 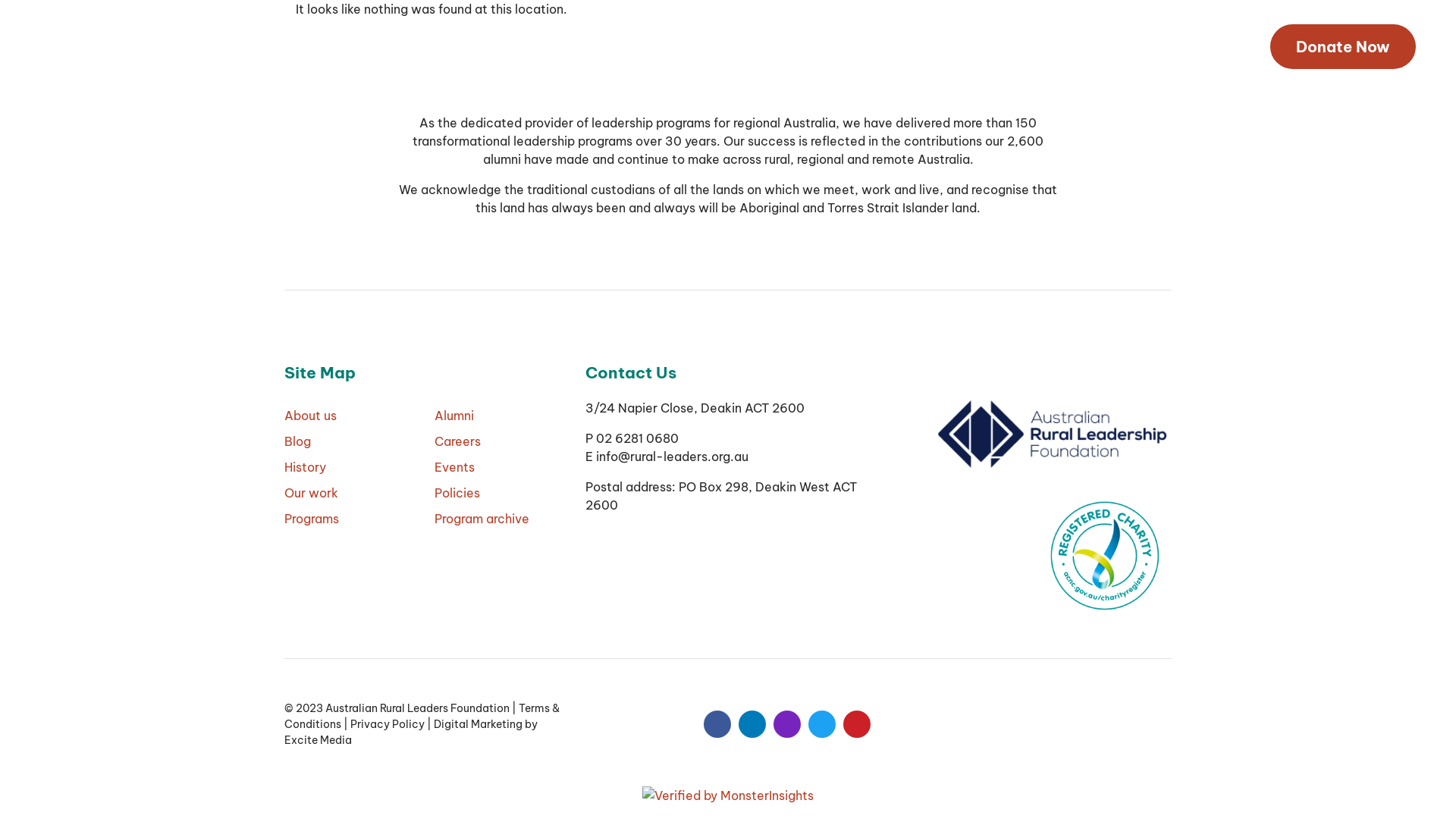 What do you see at coordinates (351, 493) in the screenshot?
I see `'Our work'` at bounding box center [351, 493].